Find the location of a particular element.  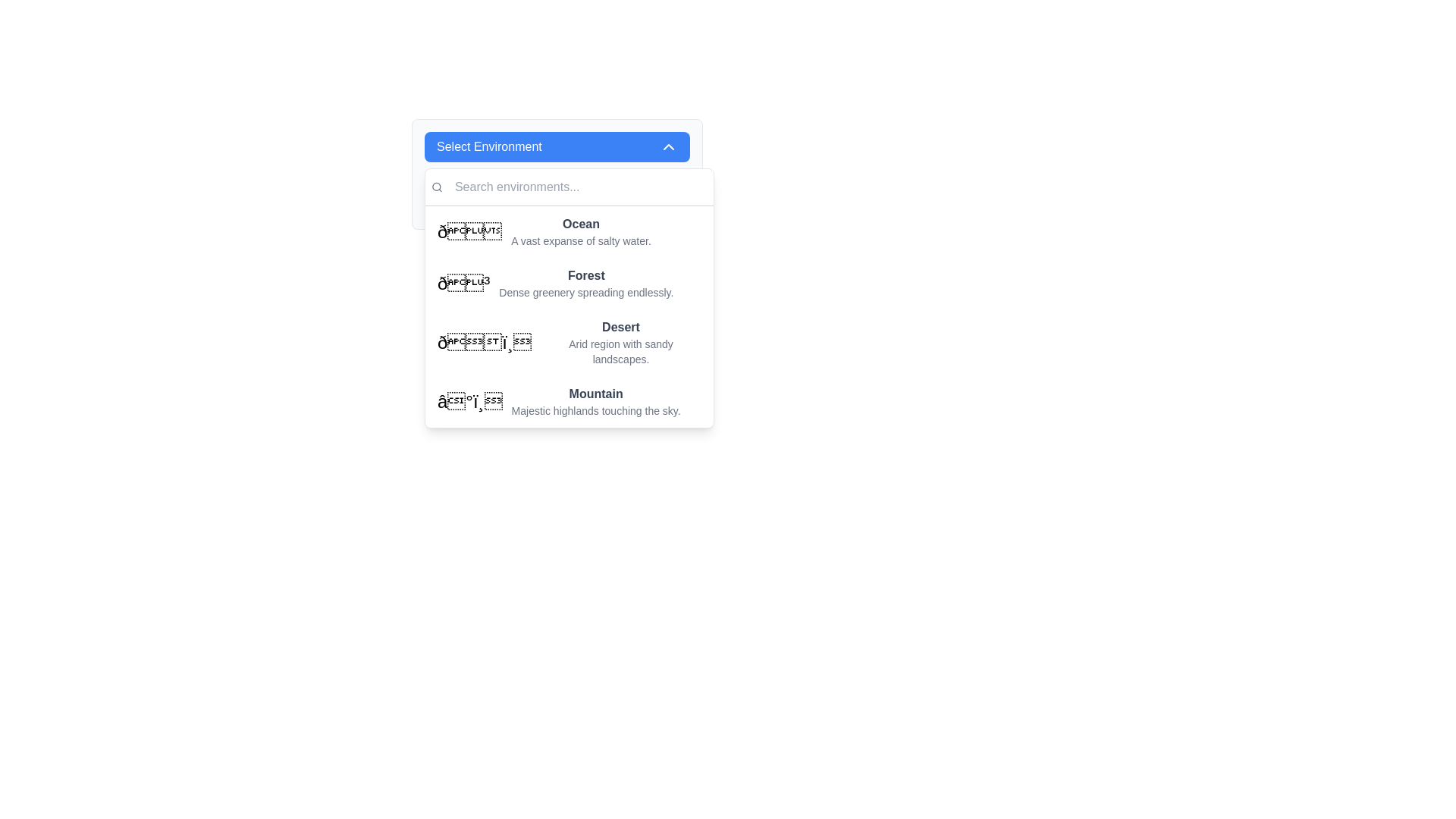

the Menu Item labeled 'Ocean' in the dropdown list is located at coordinates (568, 231).